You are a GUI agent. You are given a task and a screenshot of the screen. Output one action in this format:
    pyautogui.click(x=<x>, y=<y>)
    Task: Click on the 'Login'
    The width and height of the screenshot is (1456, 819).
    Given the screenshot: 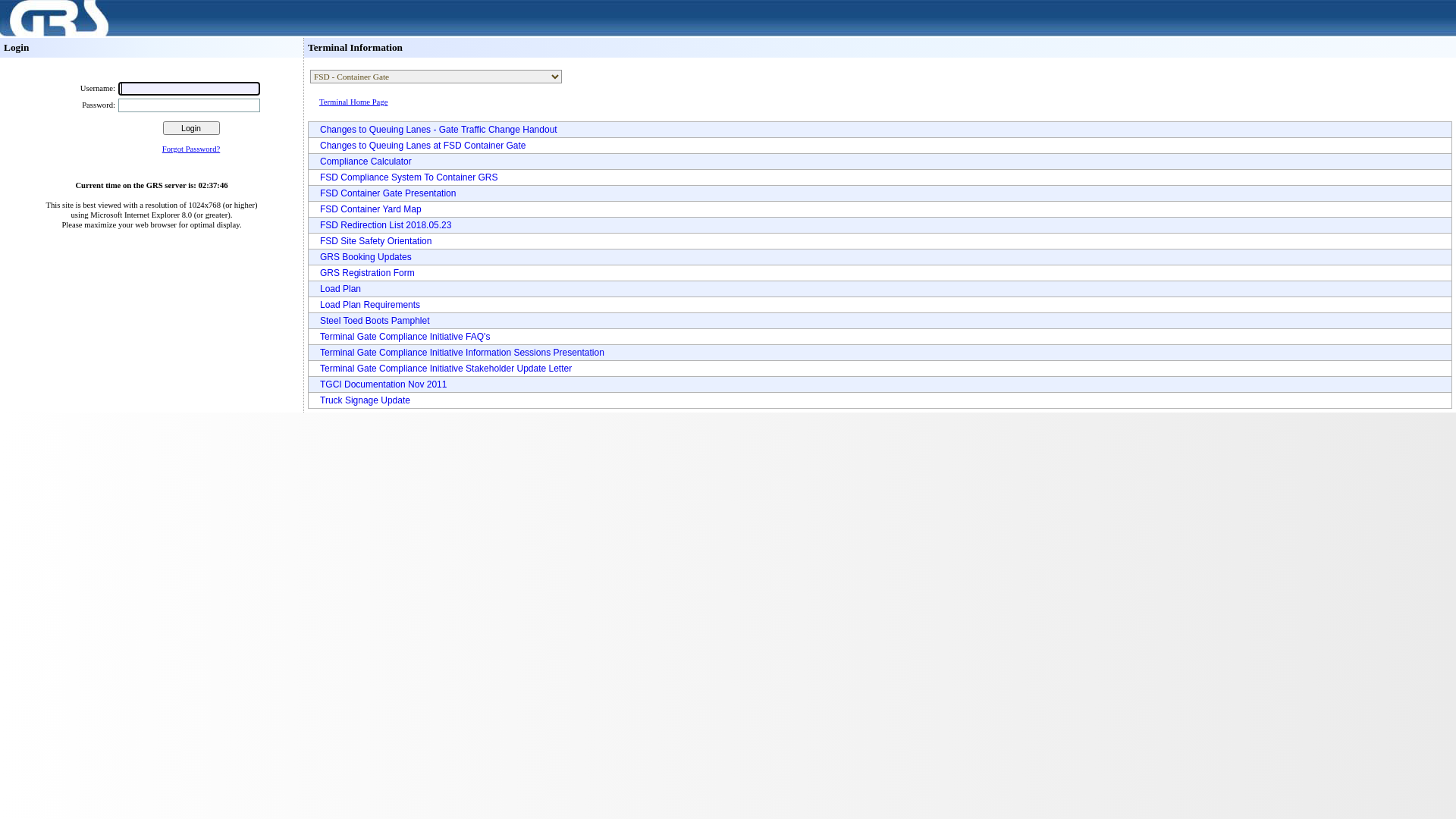 What is the action you would take?
    pyautogui.click(x=190, y=127)
    